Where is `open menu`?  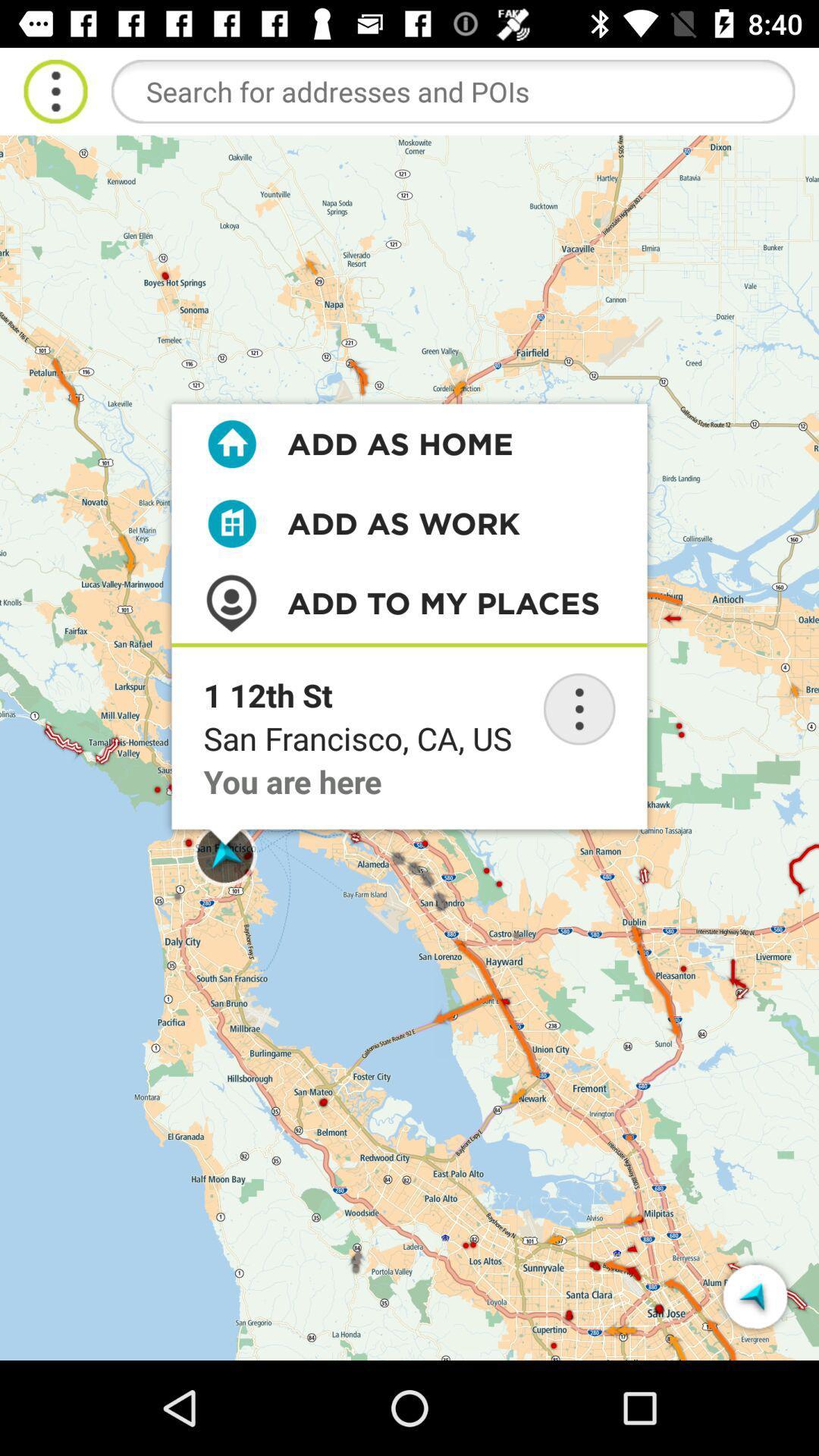
open menu is located at coordinates (55, 90).